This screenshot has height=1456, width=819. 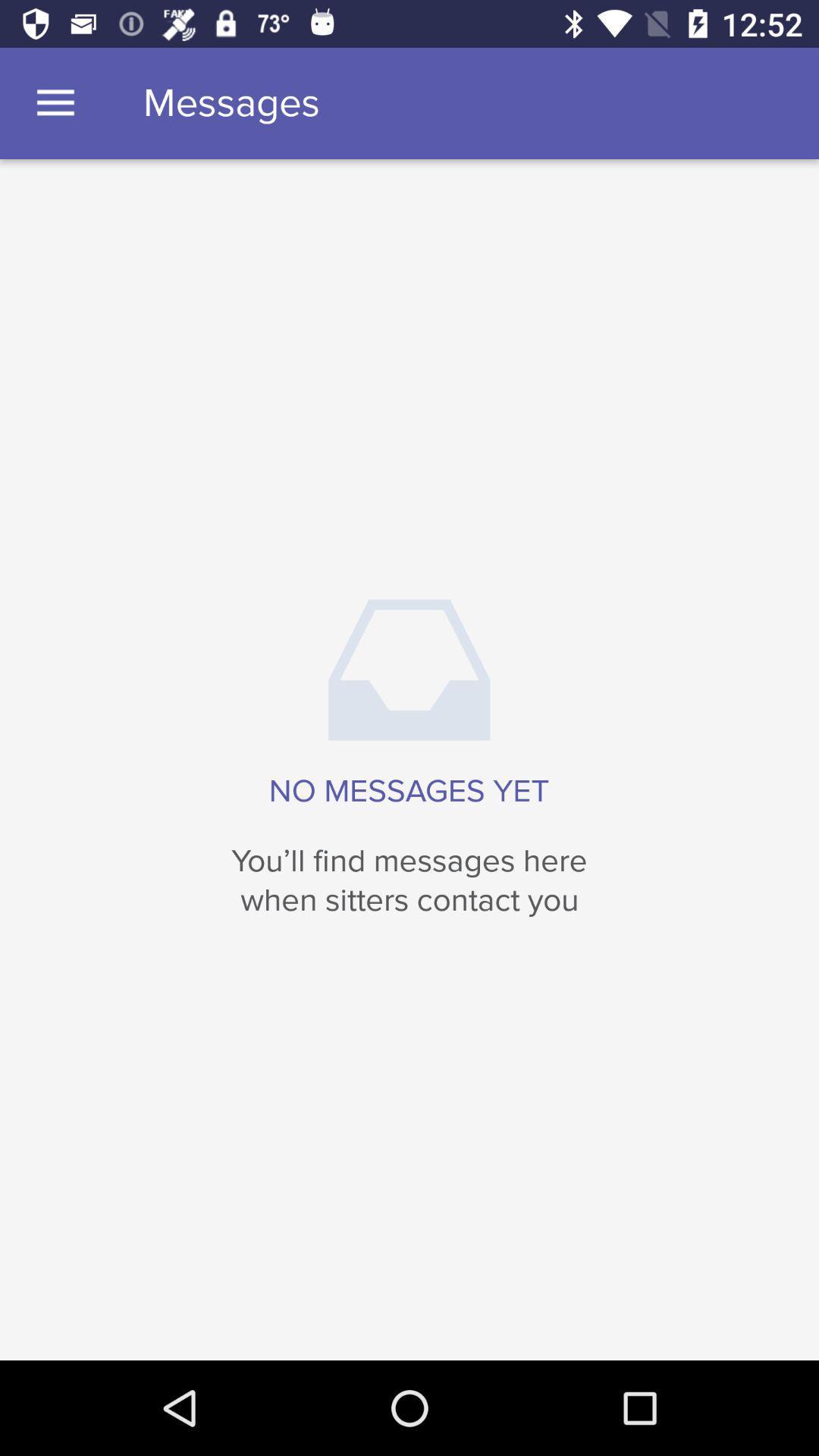 What do you see at coordinates (55, 102) in the screenshot?
I see `the icon to the left of messages item` at bounding box center [55, 102].